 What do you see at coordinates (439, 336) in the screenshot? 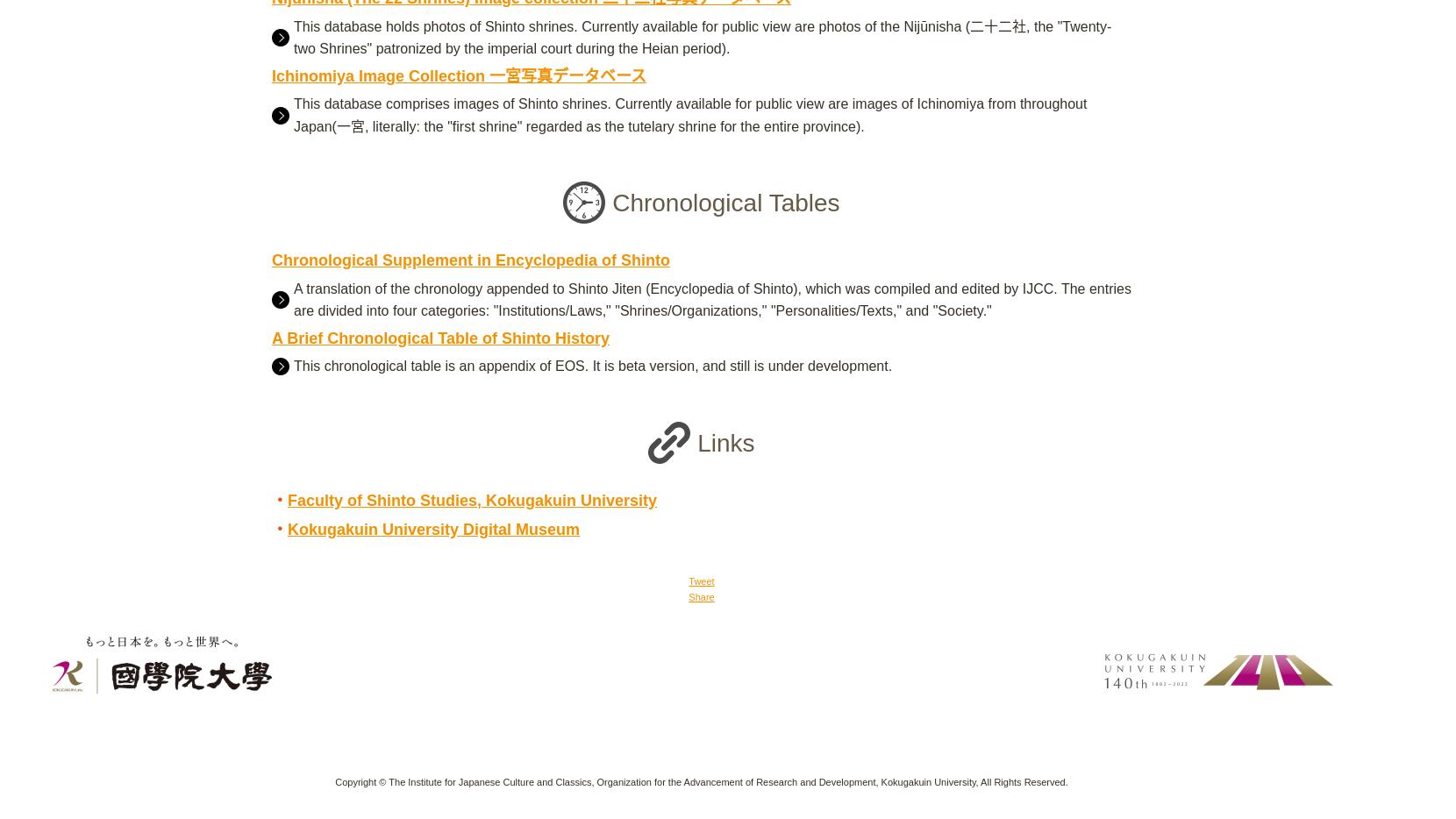
I see `'A Brief Chronological Table of Shinto History'` at bounding box center [439, 336].